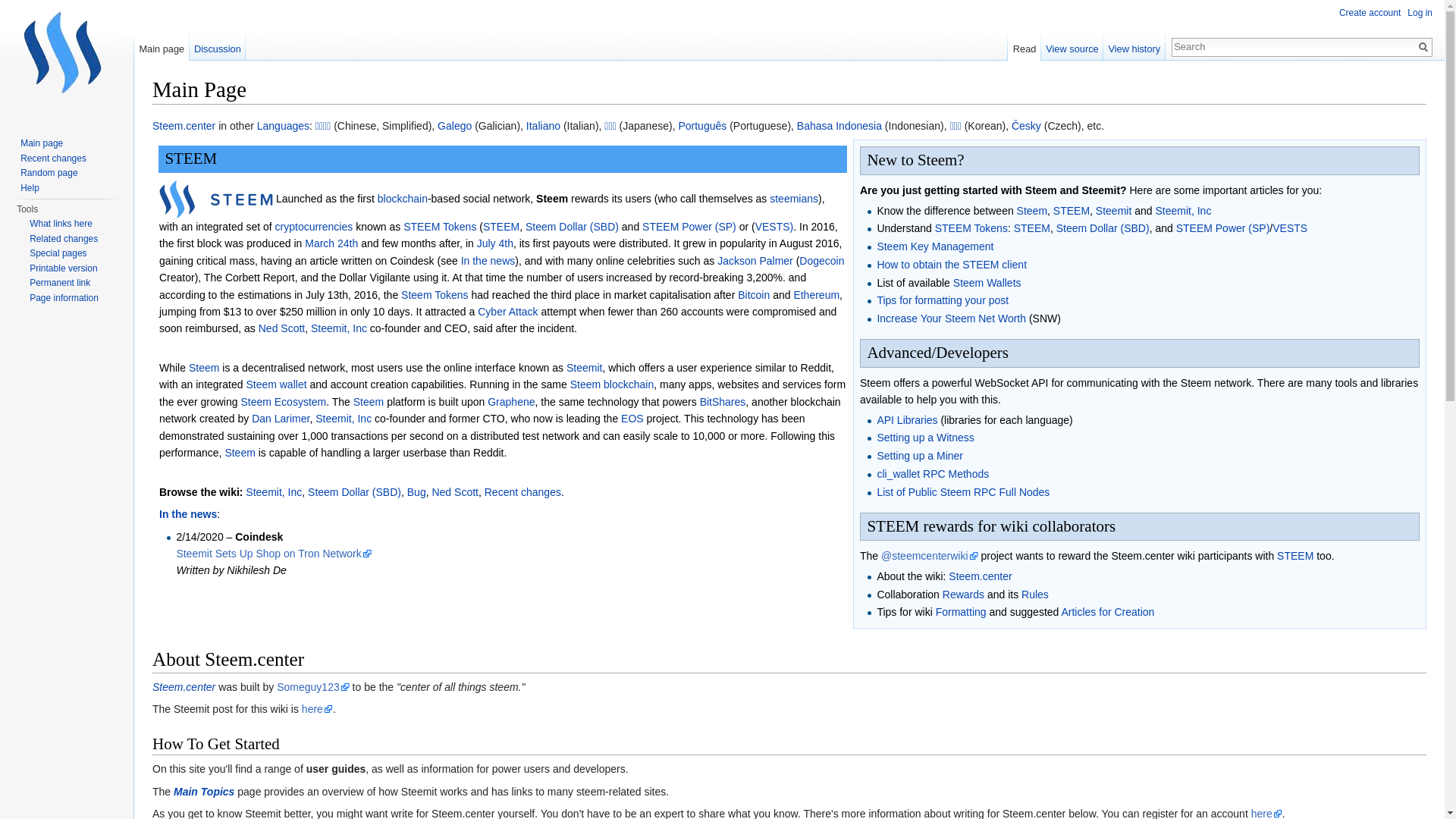 This screenshot has width=1456, height=819. What do you see at coordinates (877, 438) in the screenshot?
I see `'Setting up a Witness'` at bounding box center [877, 438].